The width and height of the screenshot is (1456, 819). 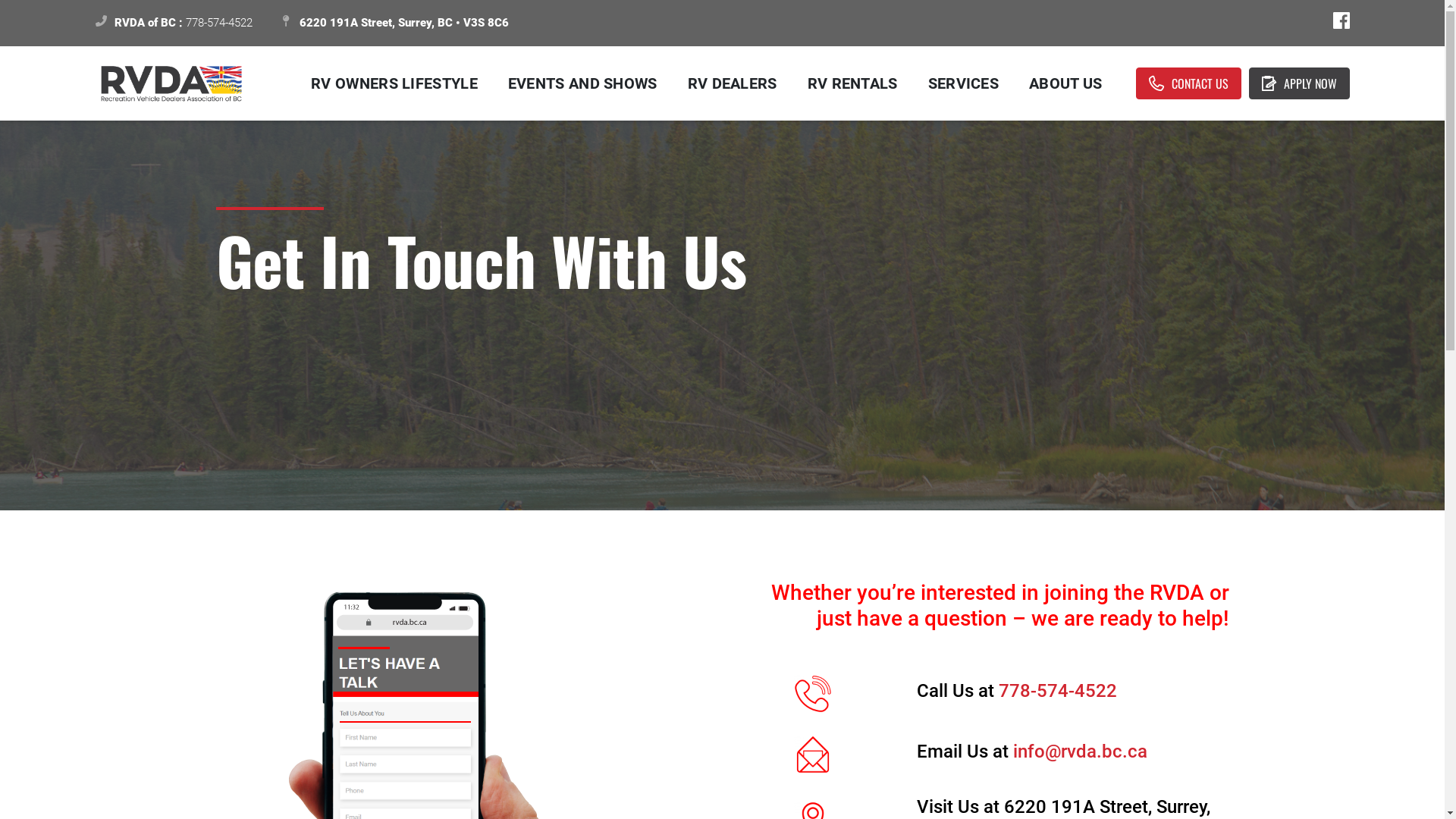 I want to click on 'RV OWNERS LIFESTYLE', so click(x=394, y=83).